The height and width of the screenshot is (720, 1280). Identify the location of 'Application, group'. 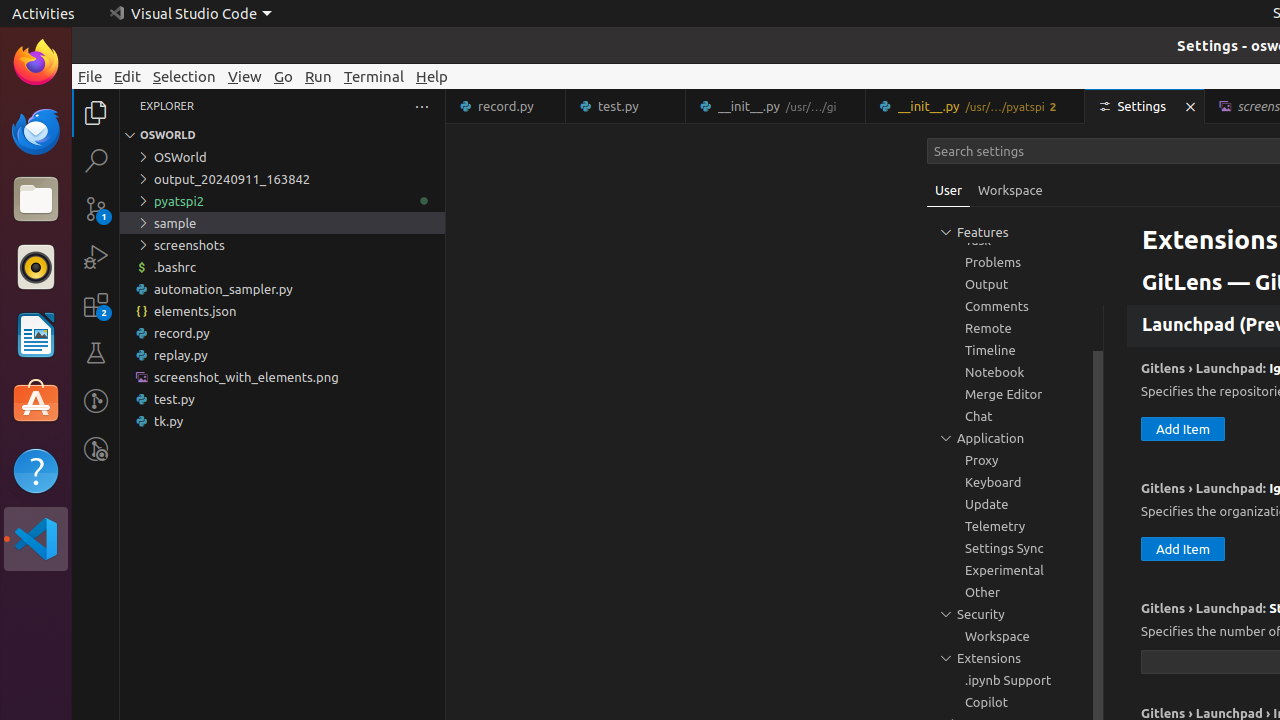
(1015, 436).